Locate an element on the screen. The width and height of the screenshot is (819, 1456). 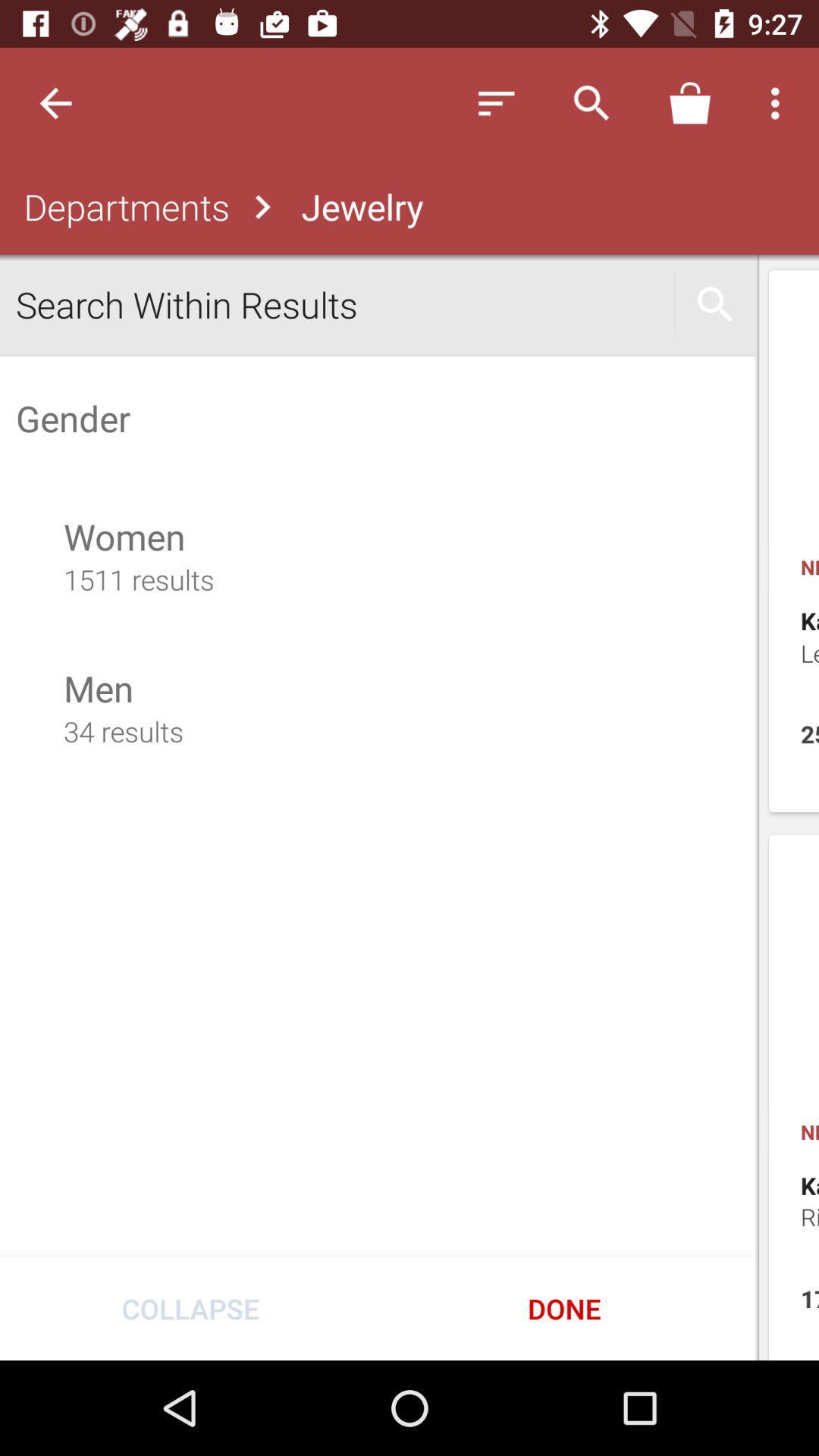
departments is located at coordinates (122, 206).